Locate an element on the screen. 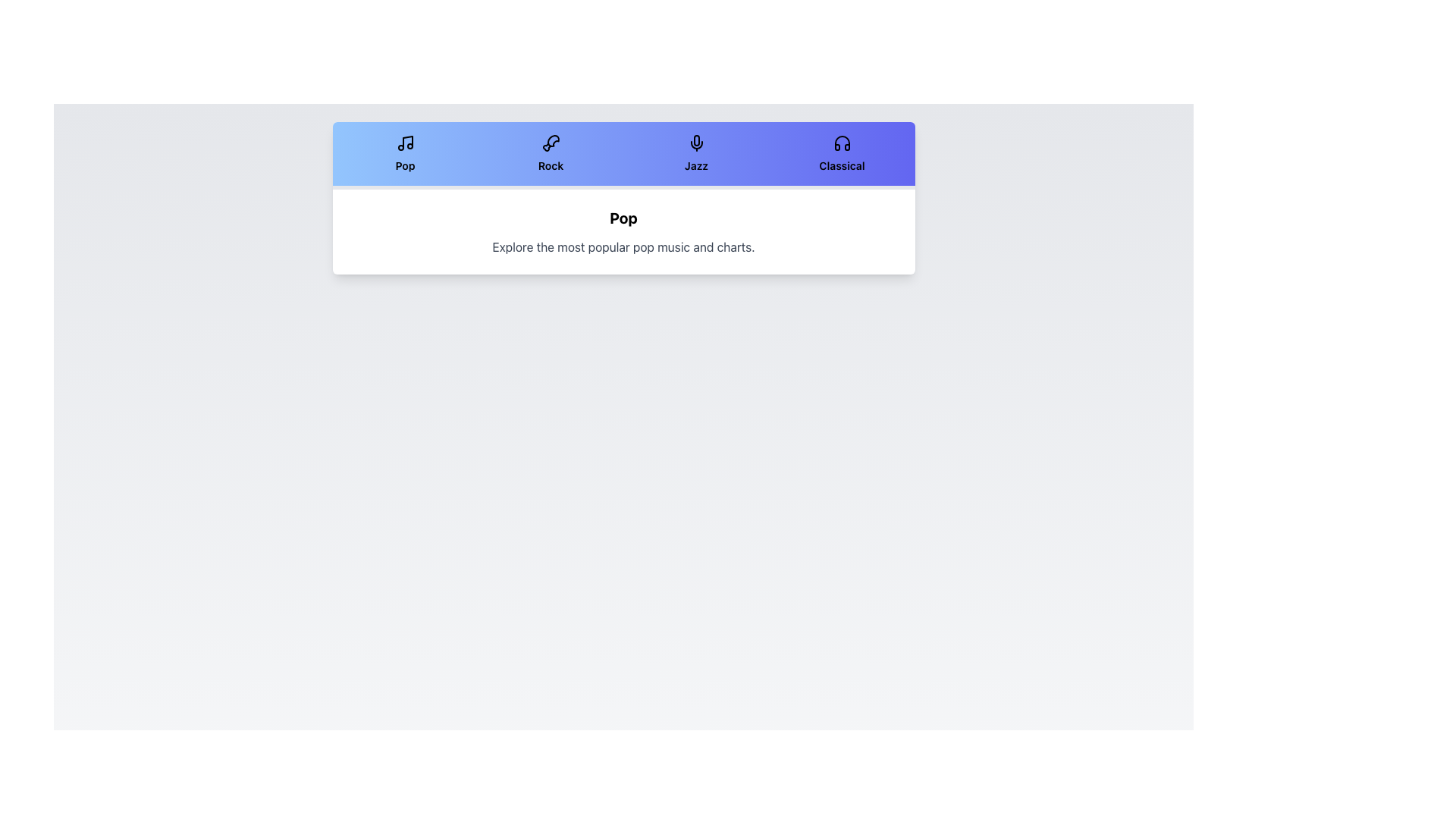  the 'Classical' music genre option in the navigation bar by moving the cursor to its center is located at coordinates (841, 154).